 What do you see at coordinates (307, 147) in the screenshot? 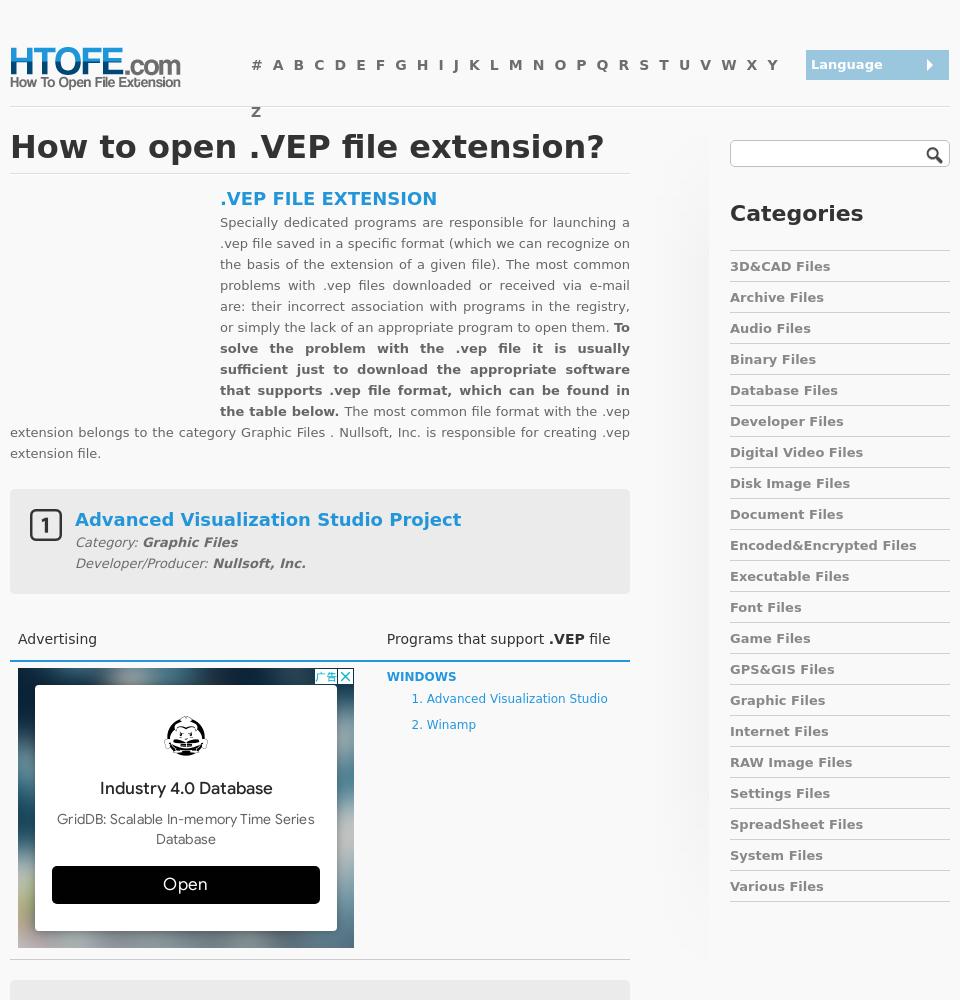
I see `'How to open .VEP file extension?'` at bounding box center [307, 147].